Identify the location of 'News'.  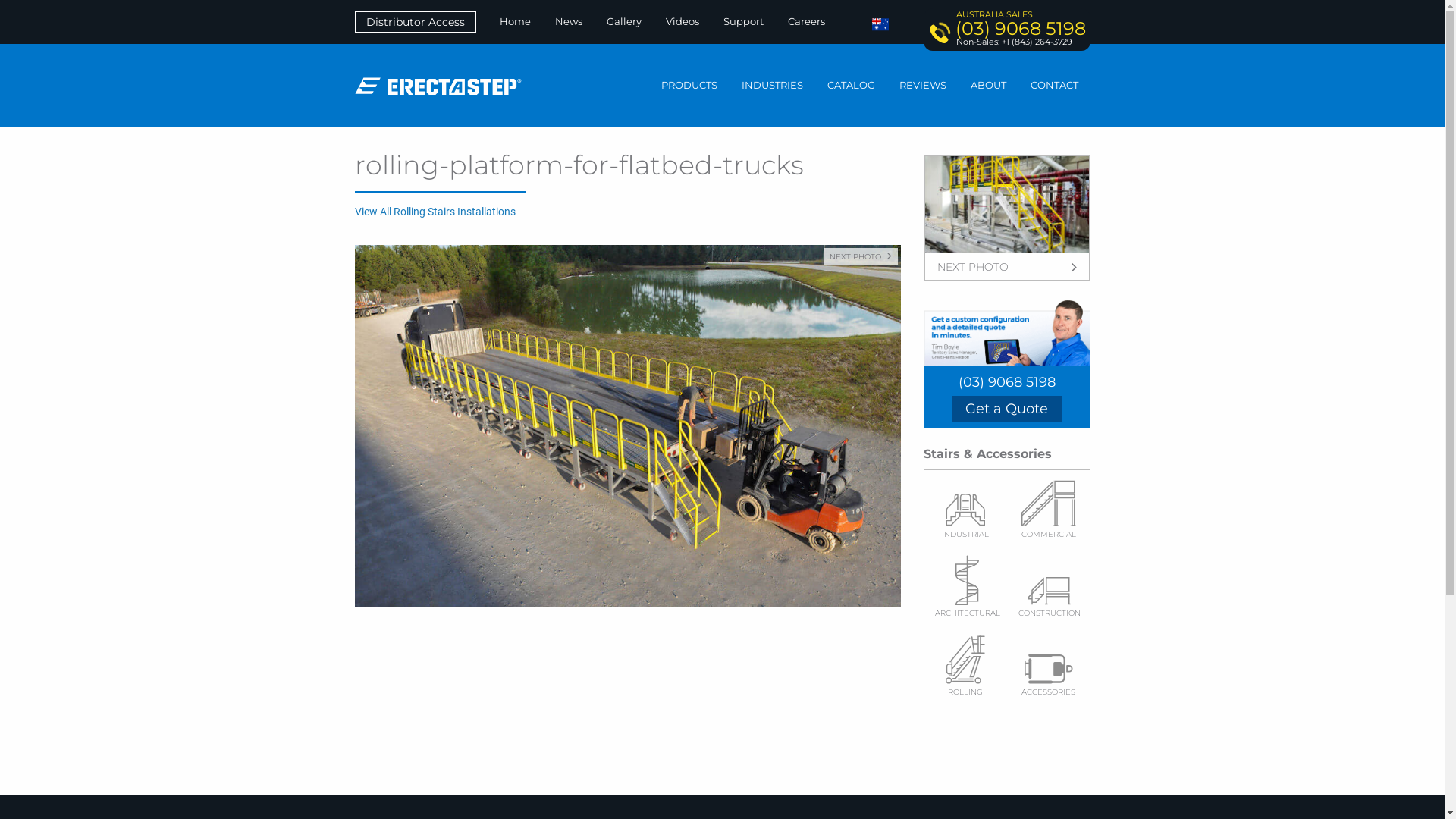
(542, 21).